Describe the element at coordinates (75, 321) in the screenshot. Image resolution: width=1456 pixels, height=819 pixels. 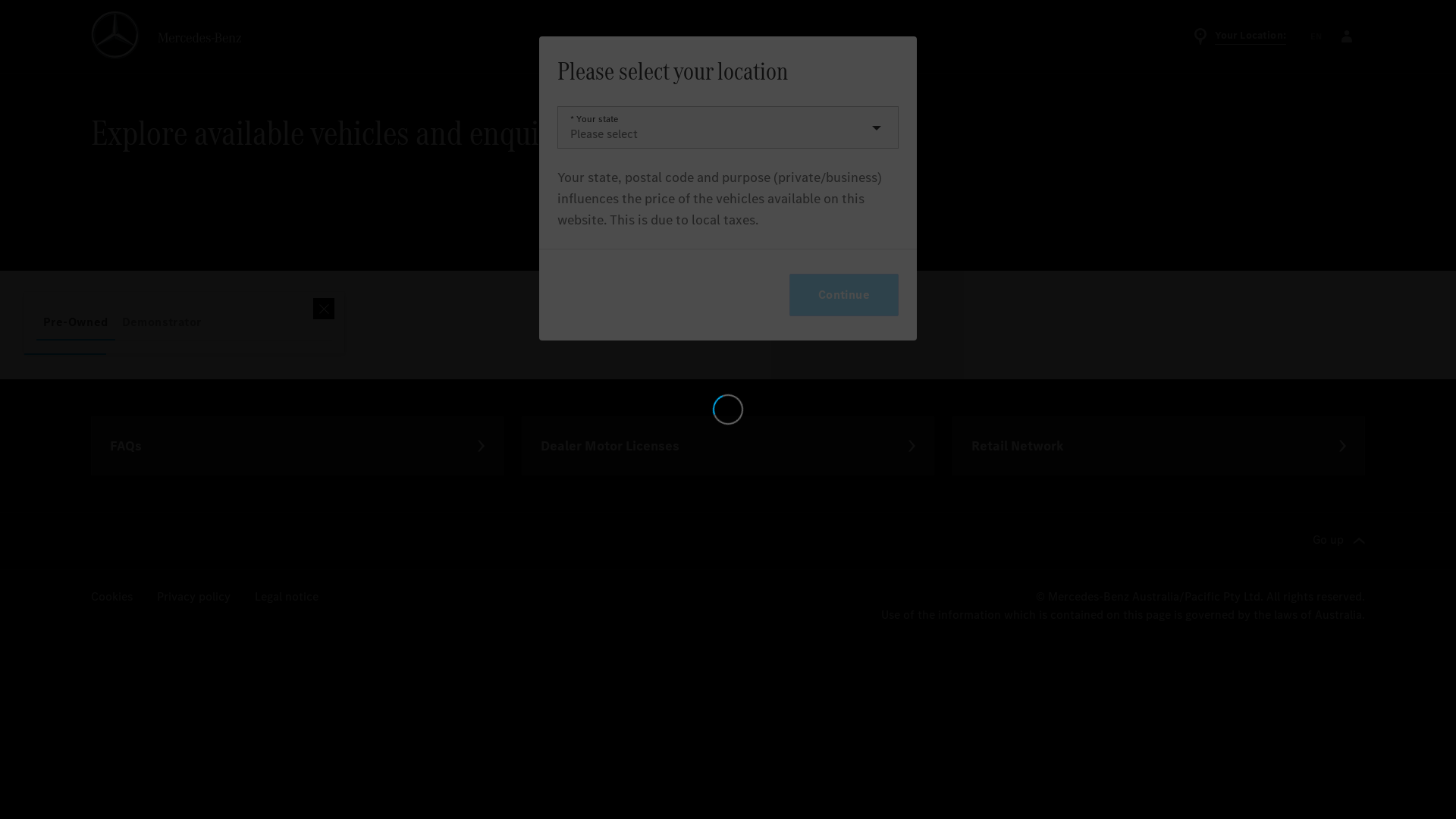
I see `'Pre-Owned'` at that location.